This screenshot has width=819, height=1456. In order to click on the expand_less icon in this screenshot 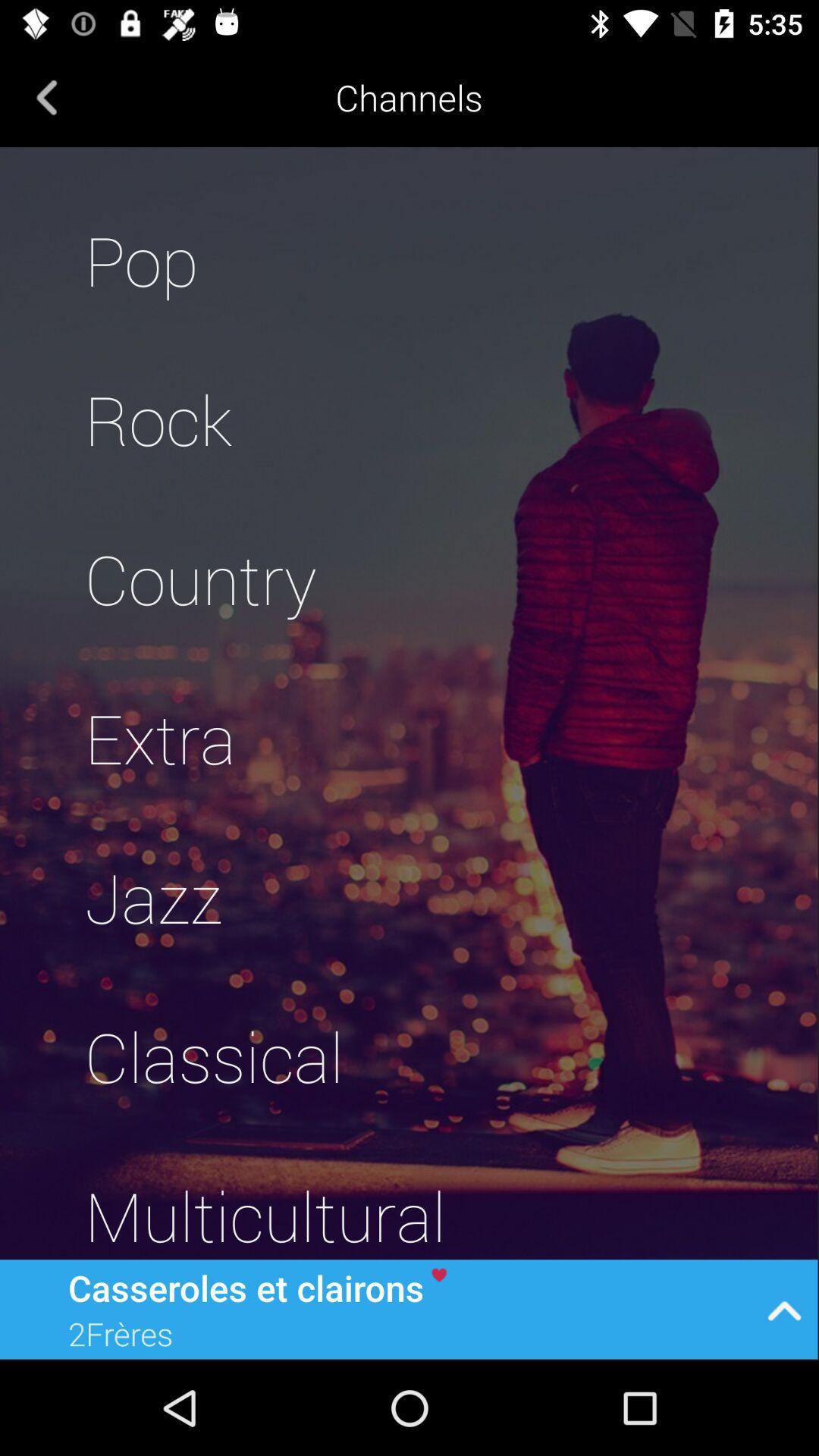, I will do `click(784, 1308)`.